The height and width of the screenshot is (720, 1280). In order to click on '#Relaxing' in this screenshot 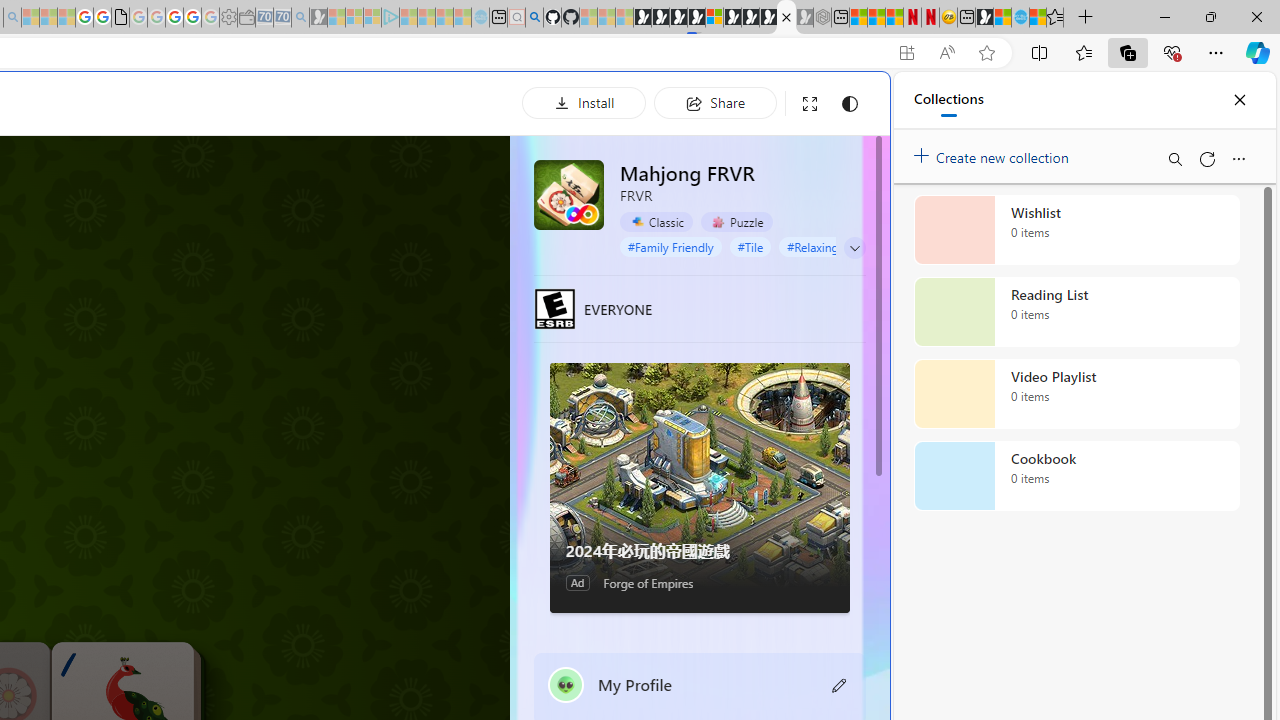, I will do `click(813, 245)`.